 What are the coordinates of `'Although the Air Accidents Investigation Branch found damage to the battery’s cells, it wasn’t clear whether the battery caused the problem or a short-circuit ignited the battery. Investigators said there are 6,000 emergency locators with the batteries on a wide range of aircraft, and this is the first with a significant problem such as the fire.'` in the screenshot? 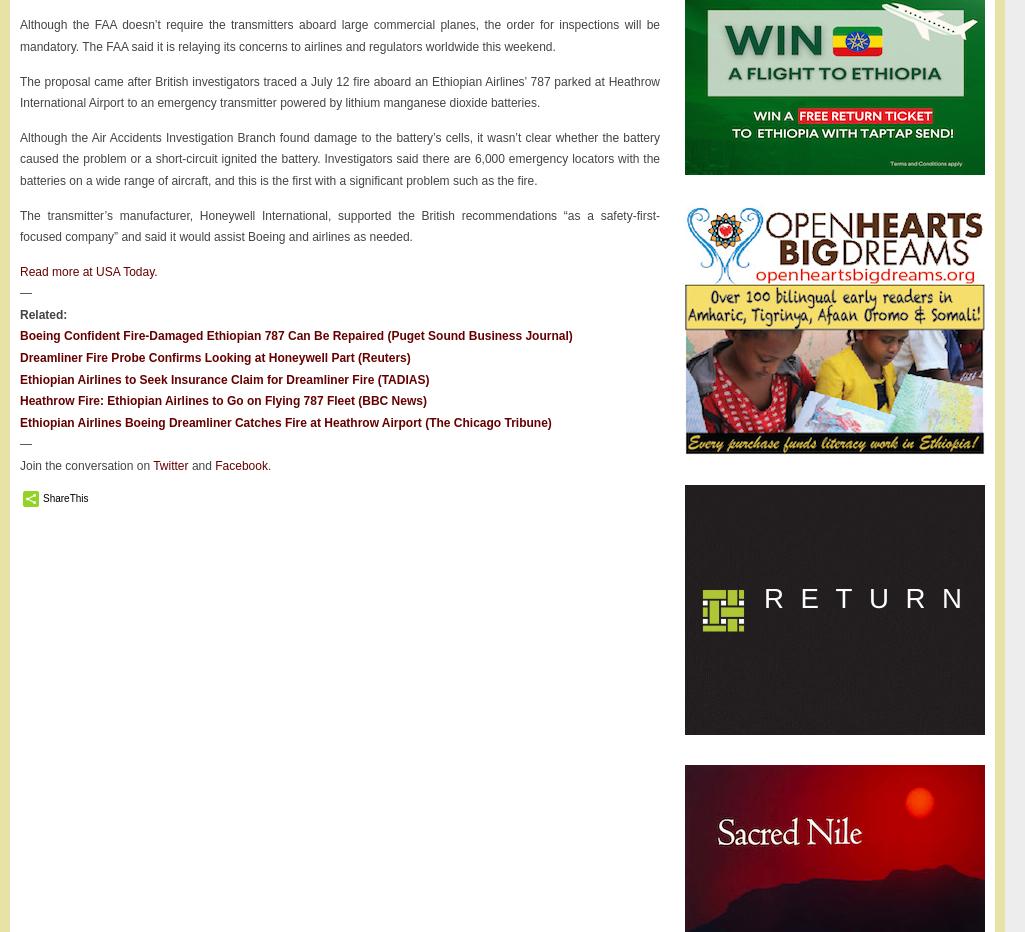 It's located at (338, 157).